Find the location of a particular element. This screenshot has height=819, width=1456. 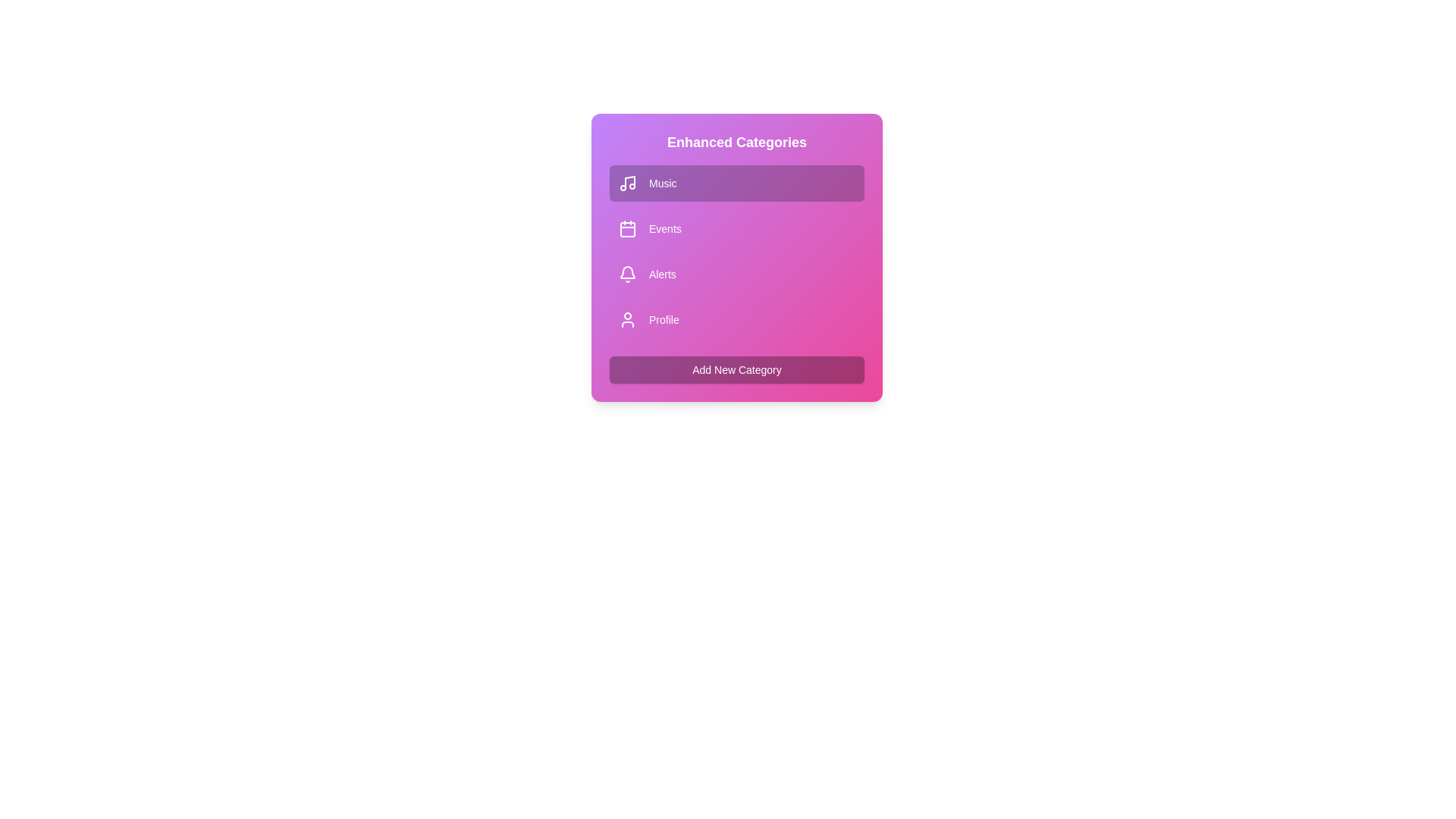

the category Music to select it is located at coordinates (736, 183).